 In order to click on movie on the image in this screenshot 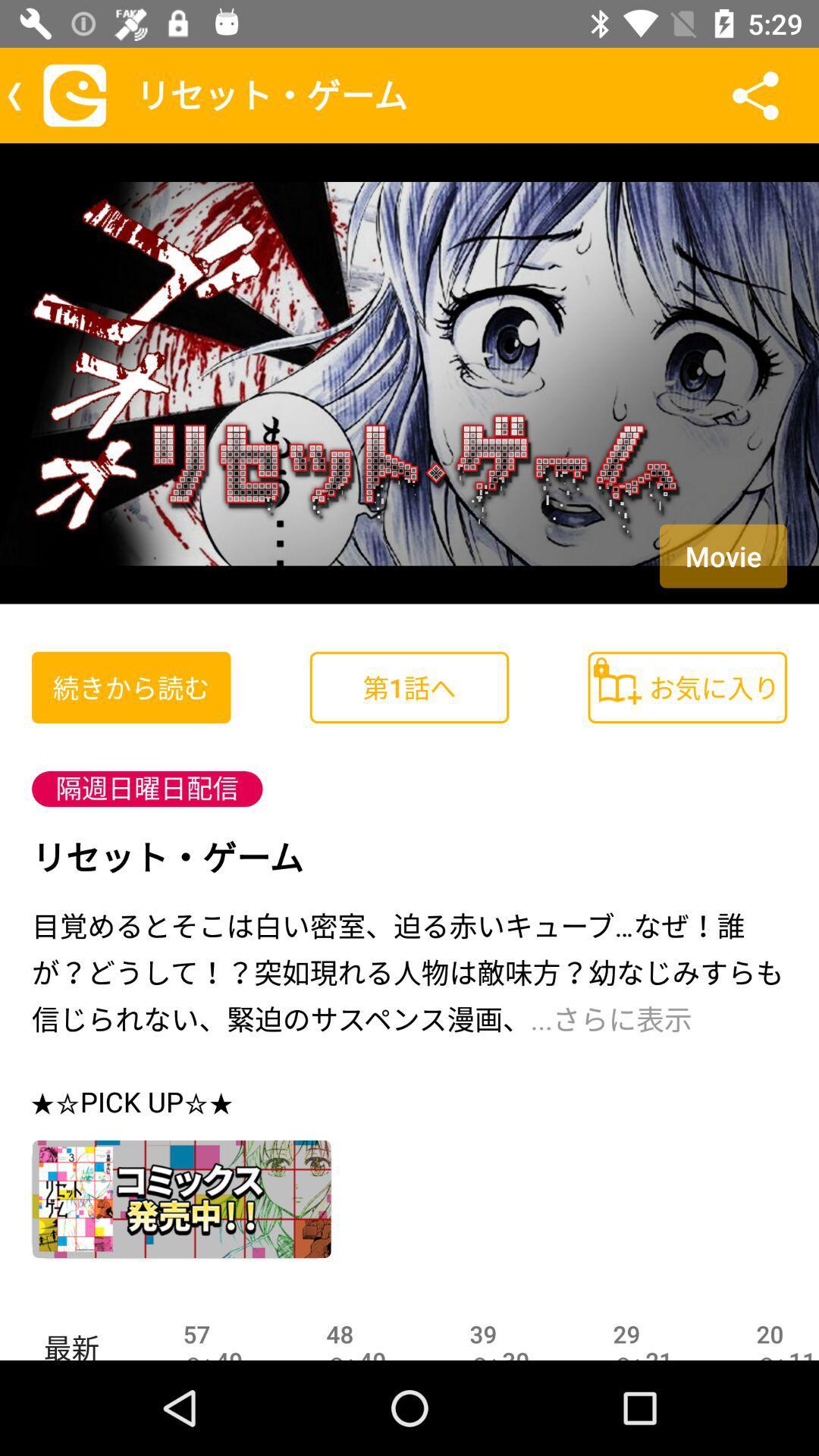, I will do `click(722, 556)`.